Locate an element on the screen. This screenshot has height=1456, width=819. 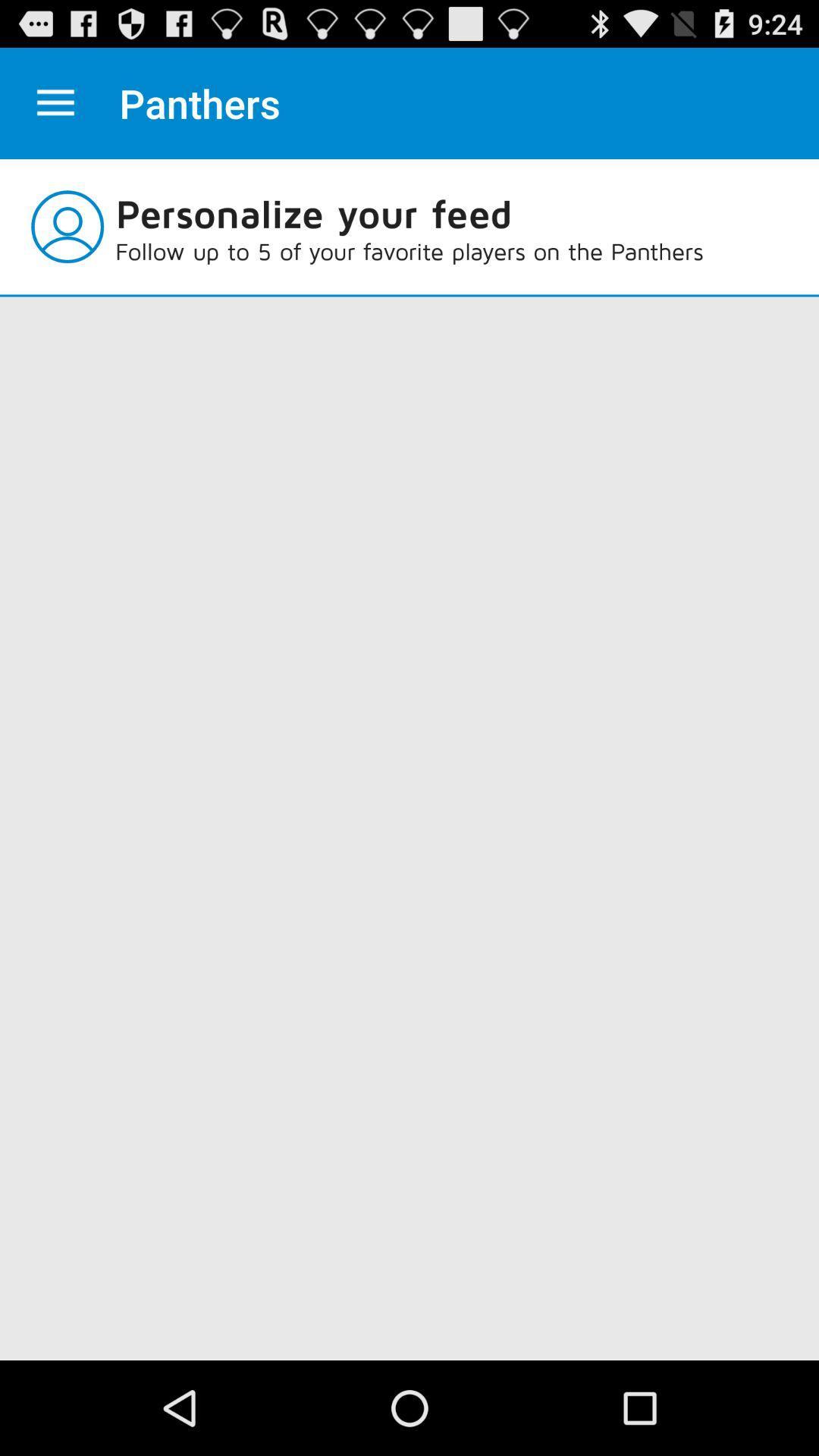
your option is located at coordinates (55, 102).